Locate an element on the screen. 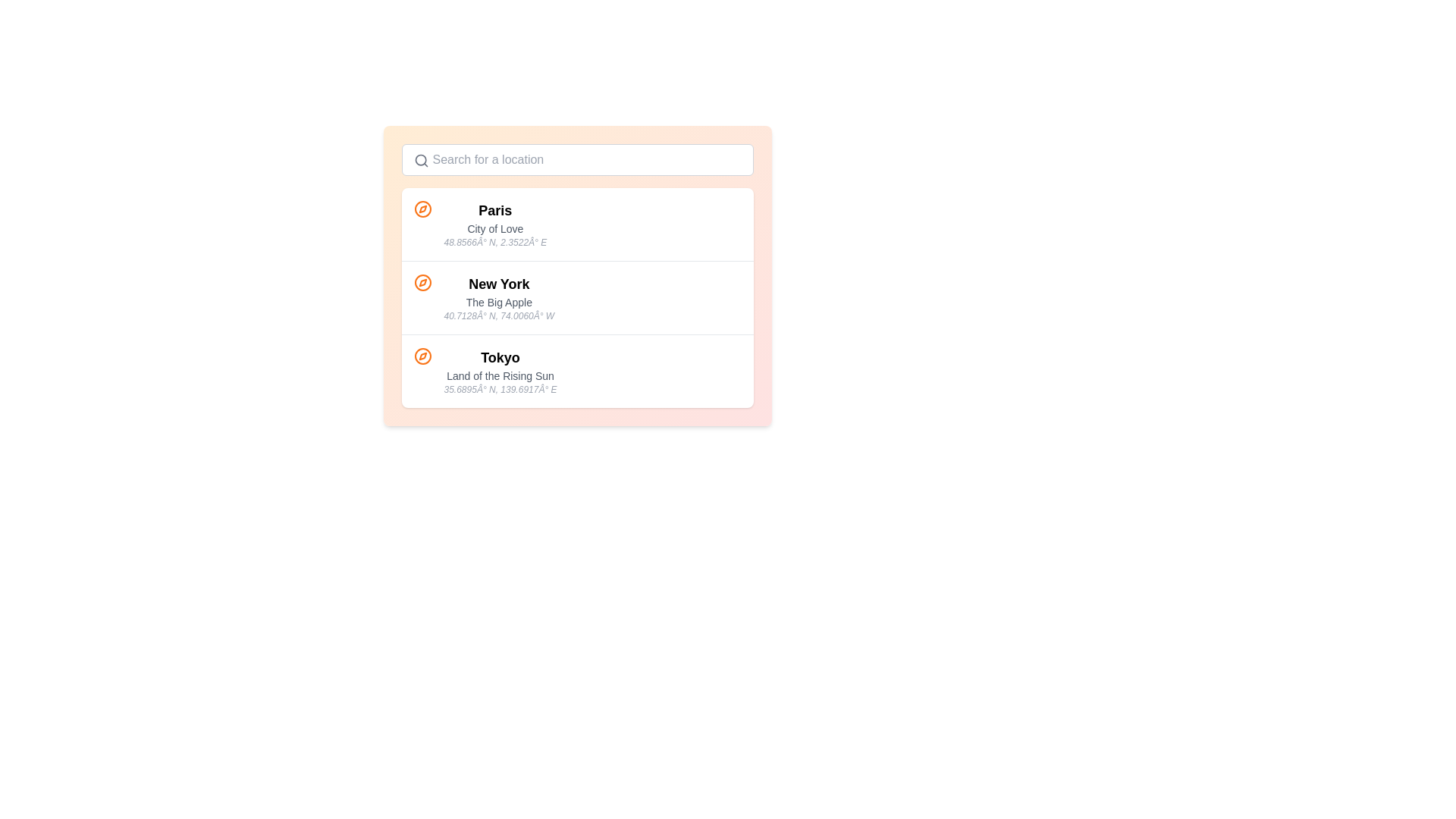  the orange compass icon located to the left of the text 'Paris', which is the first icon in a vertical list of city names is located at coordinates (422, 209).